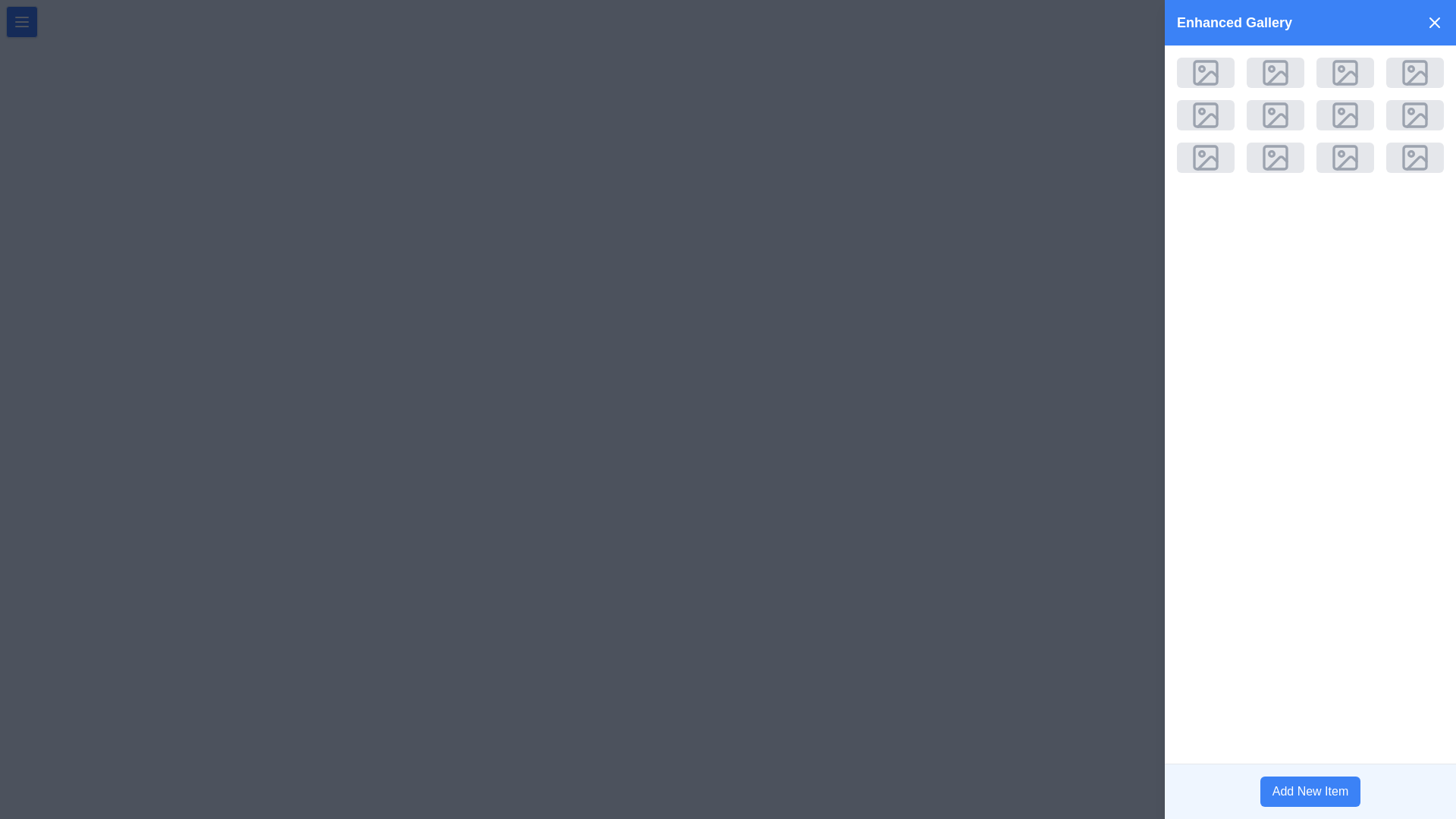 This screenshot has width=1456, height=819. What do you see at coordinates (1433, 23) in the screenshot?
I see `the small 'X' button on the far-right side of the blue header bar labeled 'Enhanced Gallery'` at bounding box center [1433, 23].